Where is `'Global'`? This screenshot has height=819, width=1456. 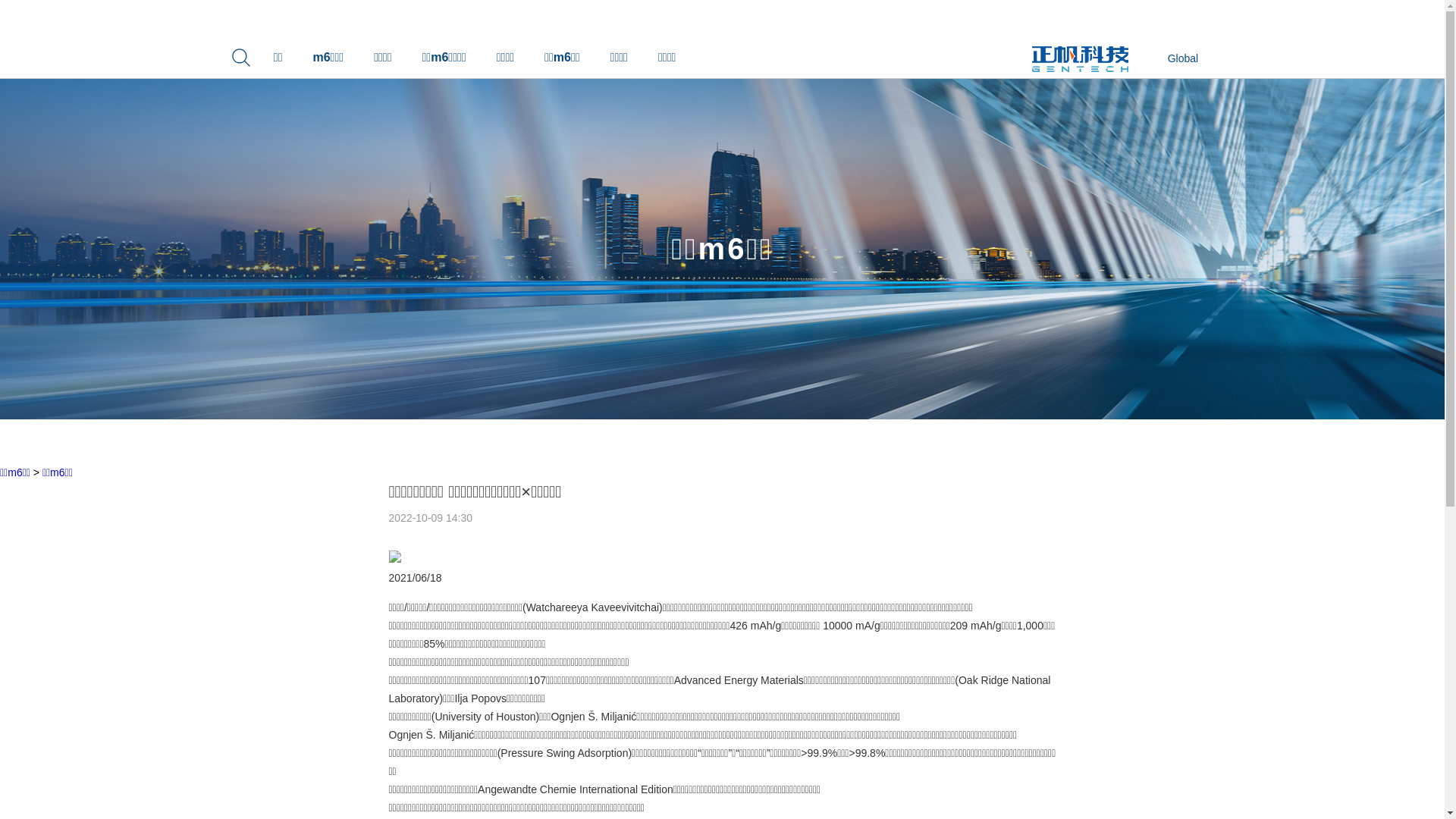 'Global' is located at coordinates (1178, 58).